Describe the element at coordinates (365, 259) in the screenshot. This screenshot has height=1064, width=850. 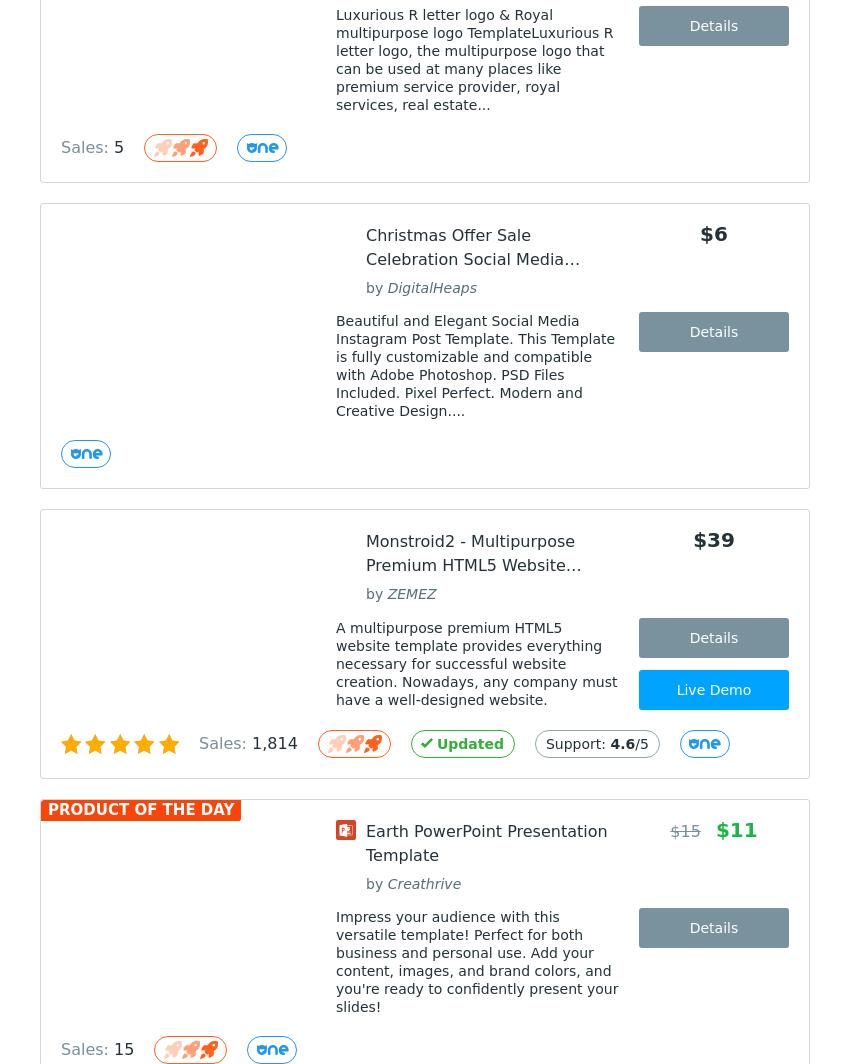
I see `'Christmas Offer Sale Celebration Social Media Instagram Post Design-04'` at that location.